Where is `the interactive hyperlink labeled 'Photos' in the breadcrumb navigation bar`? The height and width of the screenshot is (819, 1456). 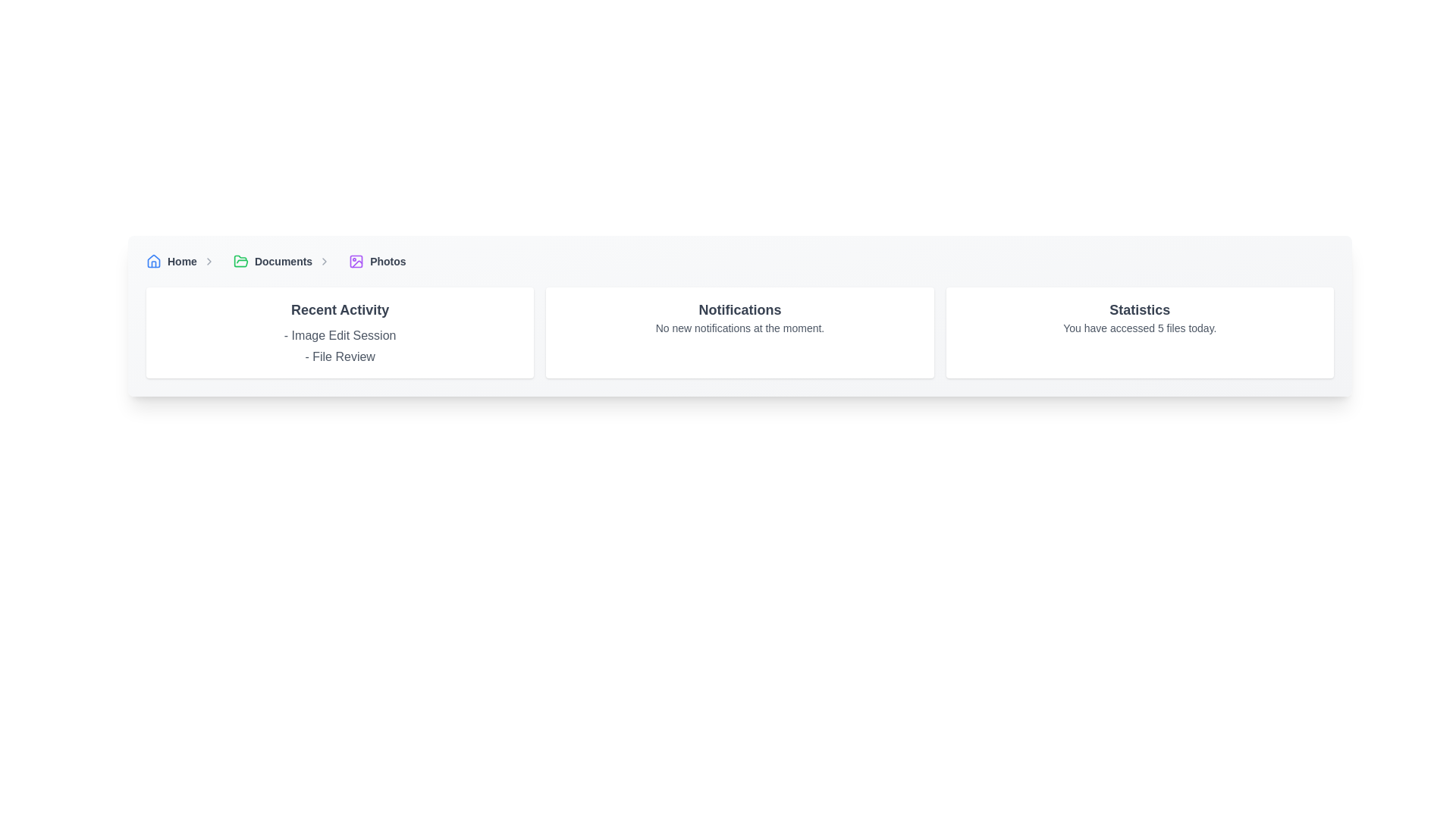 the interactive hyperlink labeled 'Photos' in the breadcrumb navigation bar is located at coordinates (377, 260).